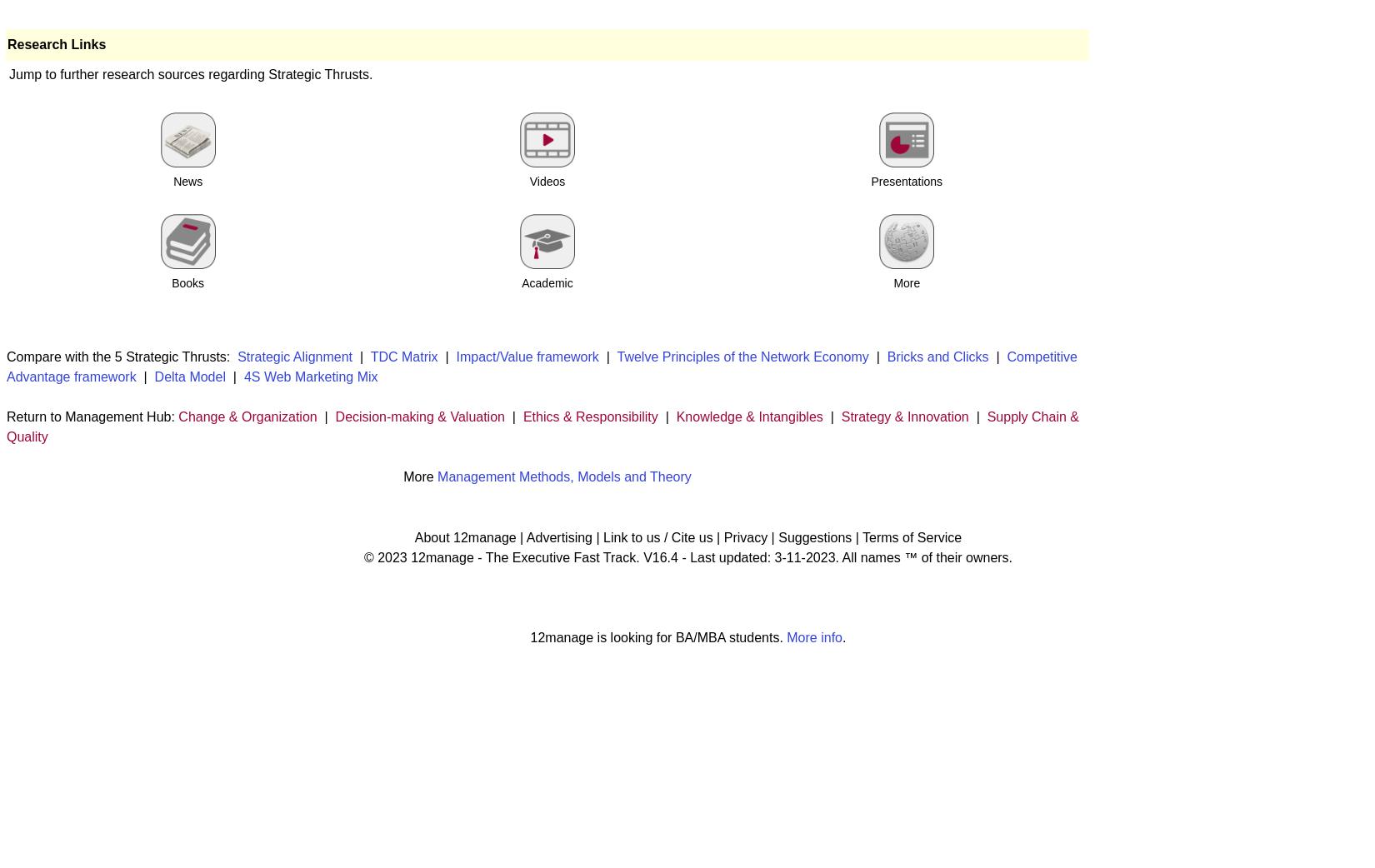 This screenshot has height=868, width=1375. Describe the element at coordinates (657, 536) in the screenshot. I see `'Link to us / Cite us'` at that location.